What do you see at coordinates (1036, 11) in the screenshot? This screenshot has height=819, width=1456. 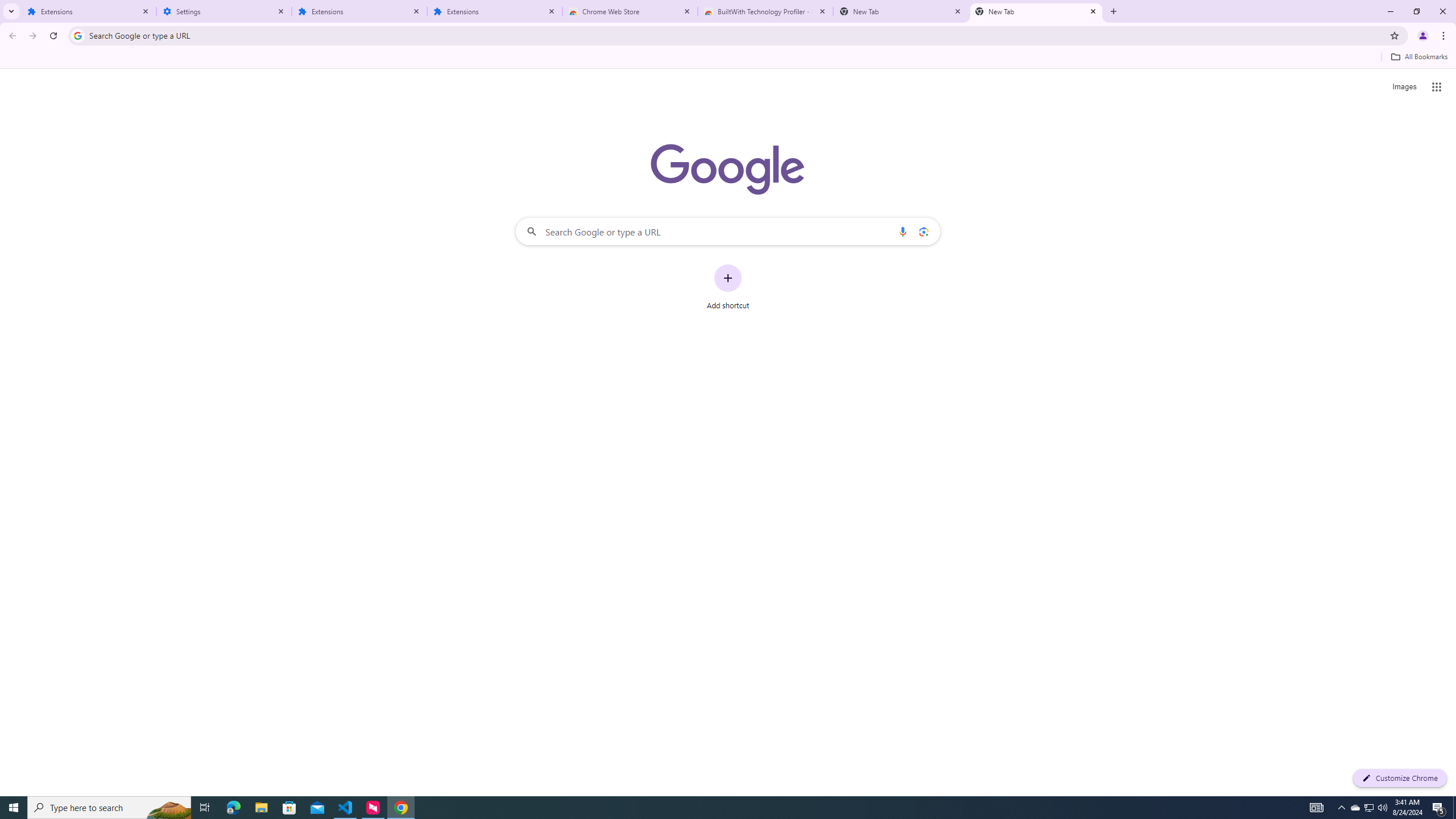 I see `'New Tab'` at bounding box center [1036, 11].